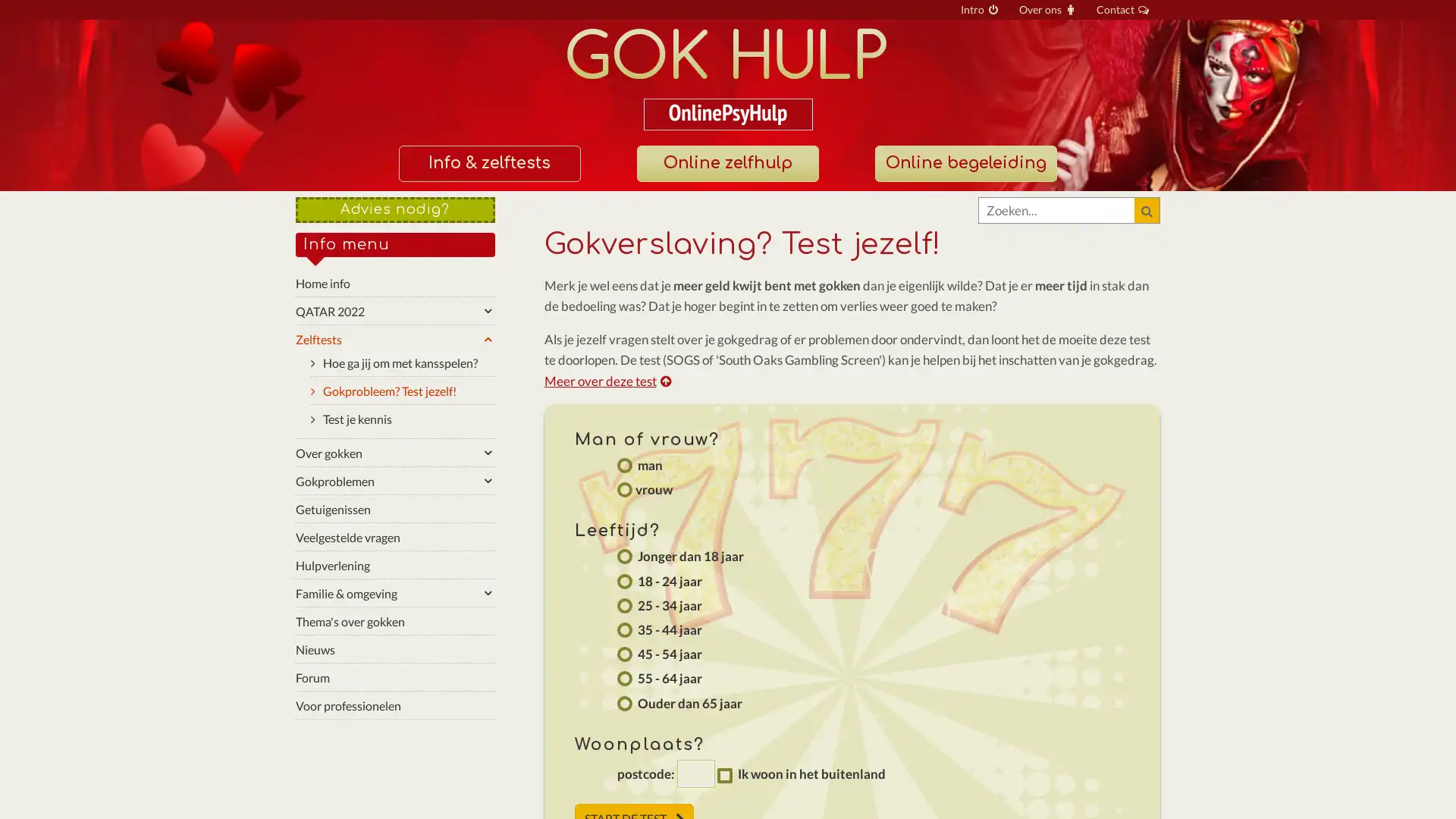 This screenshot has width=1456, height=819. I want to click on Online begeleiding, so click(964, 163).